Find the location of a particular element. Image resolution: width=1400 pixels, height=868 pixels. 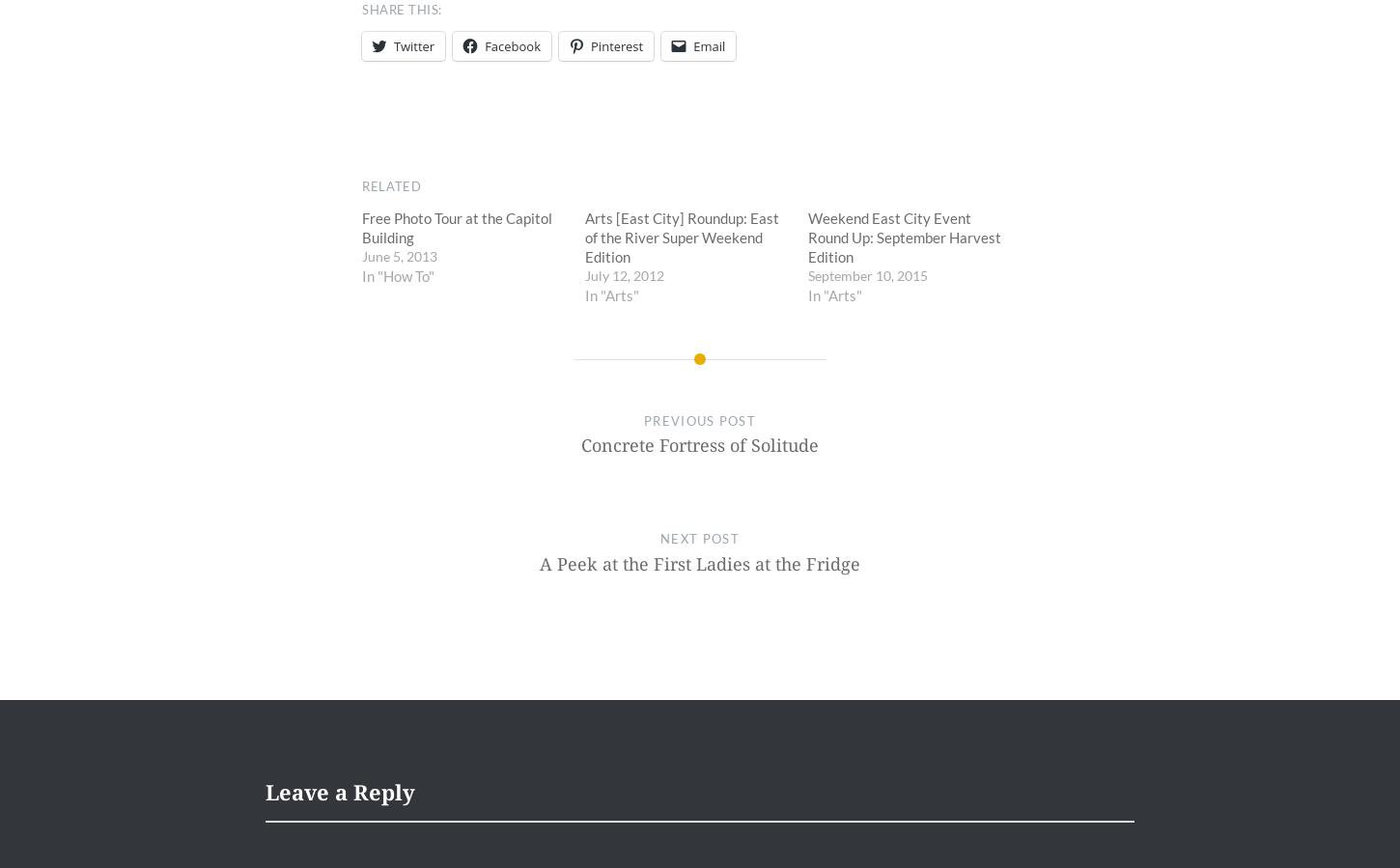

'A Peek at the First Ladies at the Fridge' is located at coordinates (700, 563).